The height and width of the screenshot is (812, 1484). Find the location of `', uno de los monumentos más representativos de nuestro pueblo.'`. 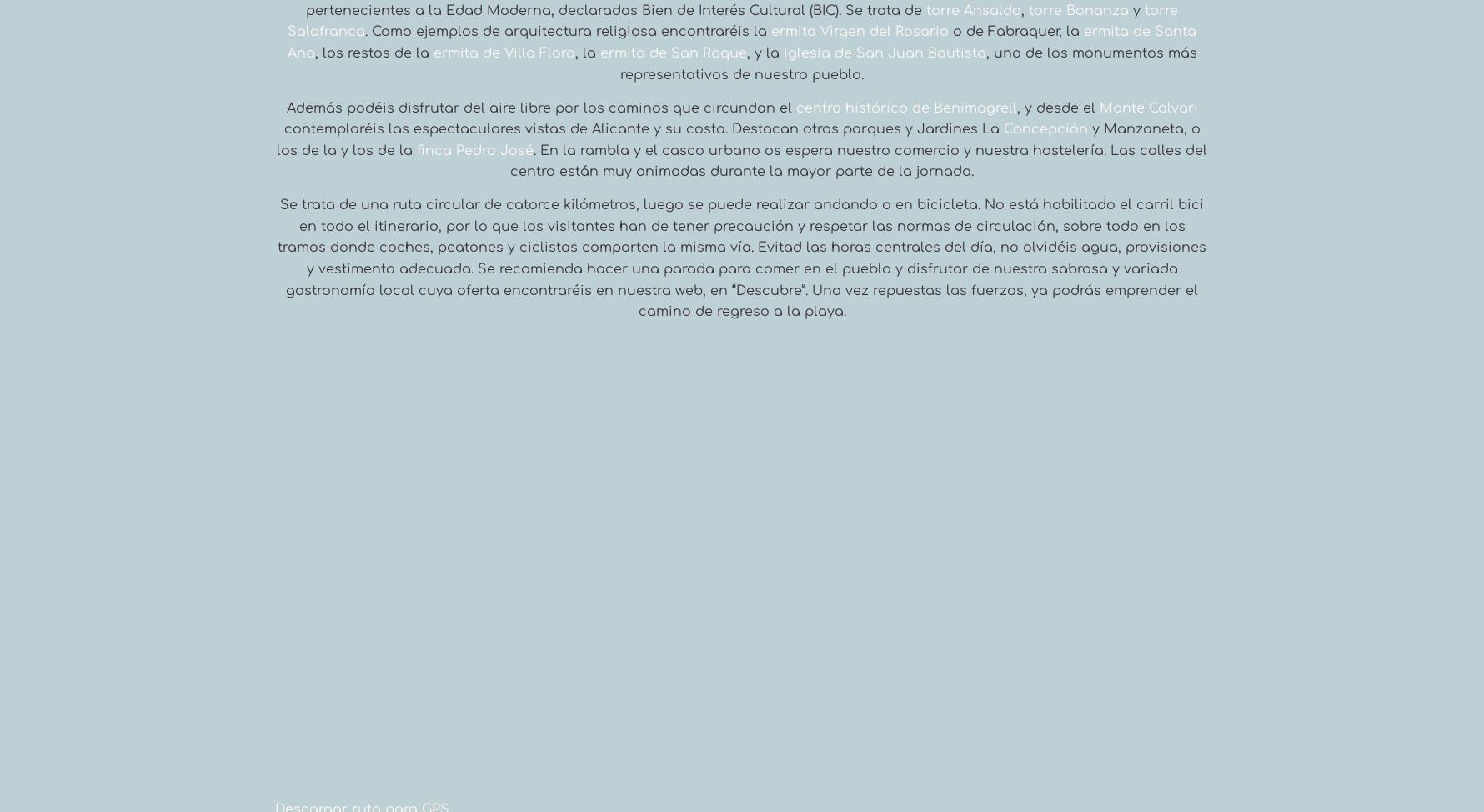

', uno de los monumentos más representativos de nuestro pueblo.' is located at coordinates (908, 63).